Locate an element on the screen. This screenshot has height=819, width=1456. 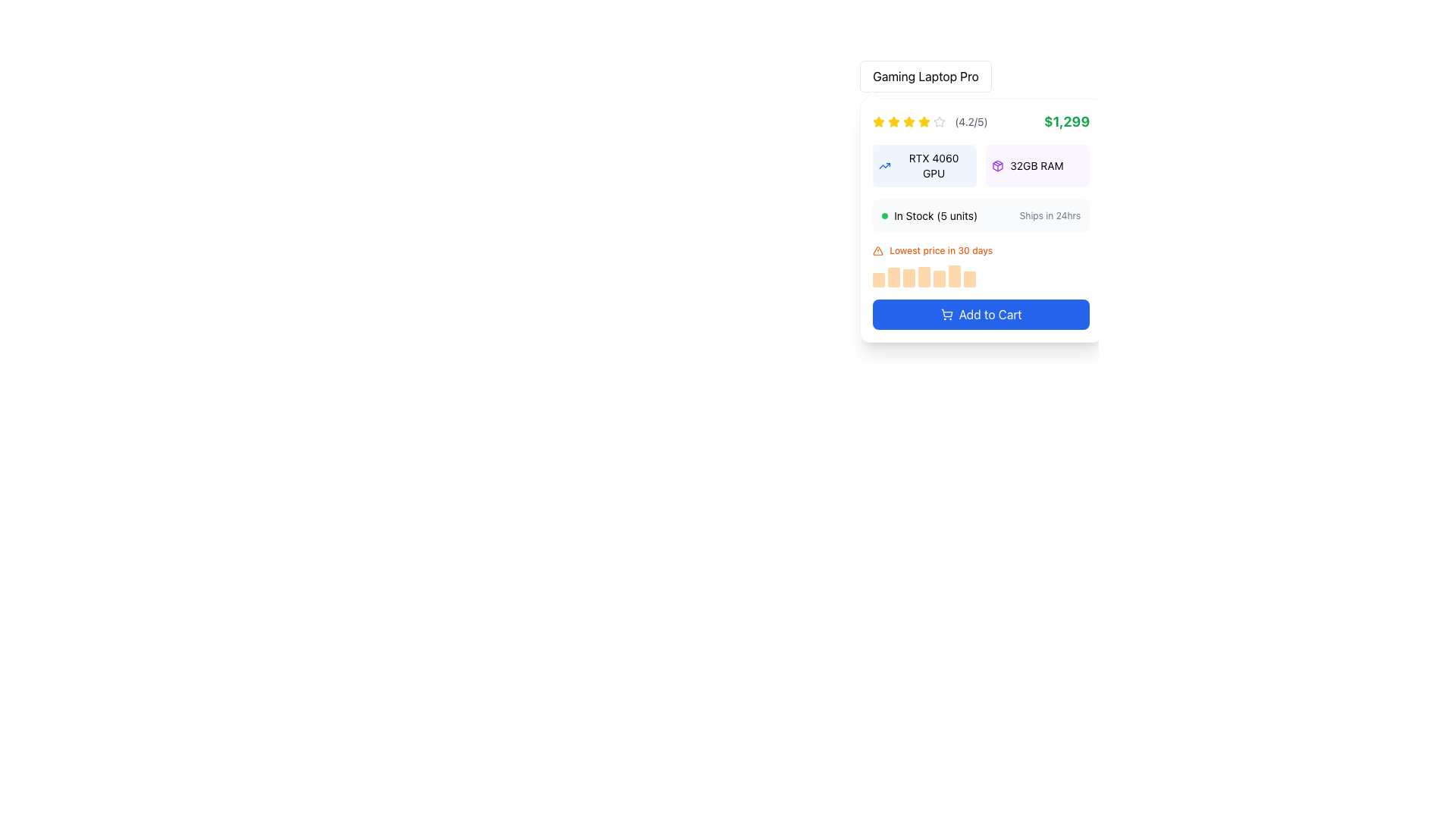
the seventh light orange rectangular bar in a chart, styled as a progress indicator, located under a low prices label is located at coordinates (969, 279).